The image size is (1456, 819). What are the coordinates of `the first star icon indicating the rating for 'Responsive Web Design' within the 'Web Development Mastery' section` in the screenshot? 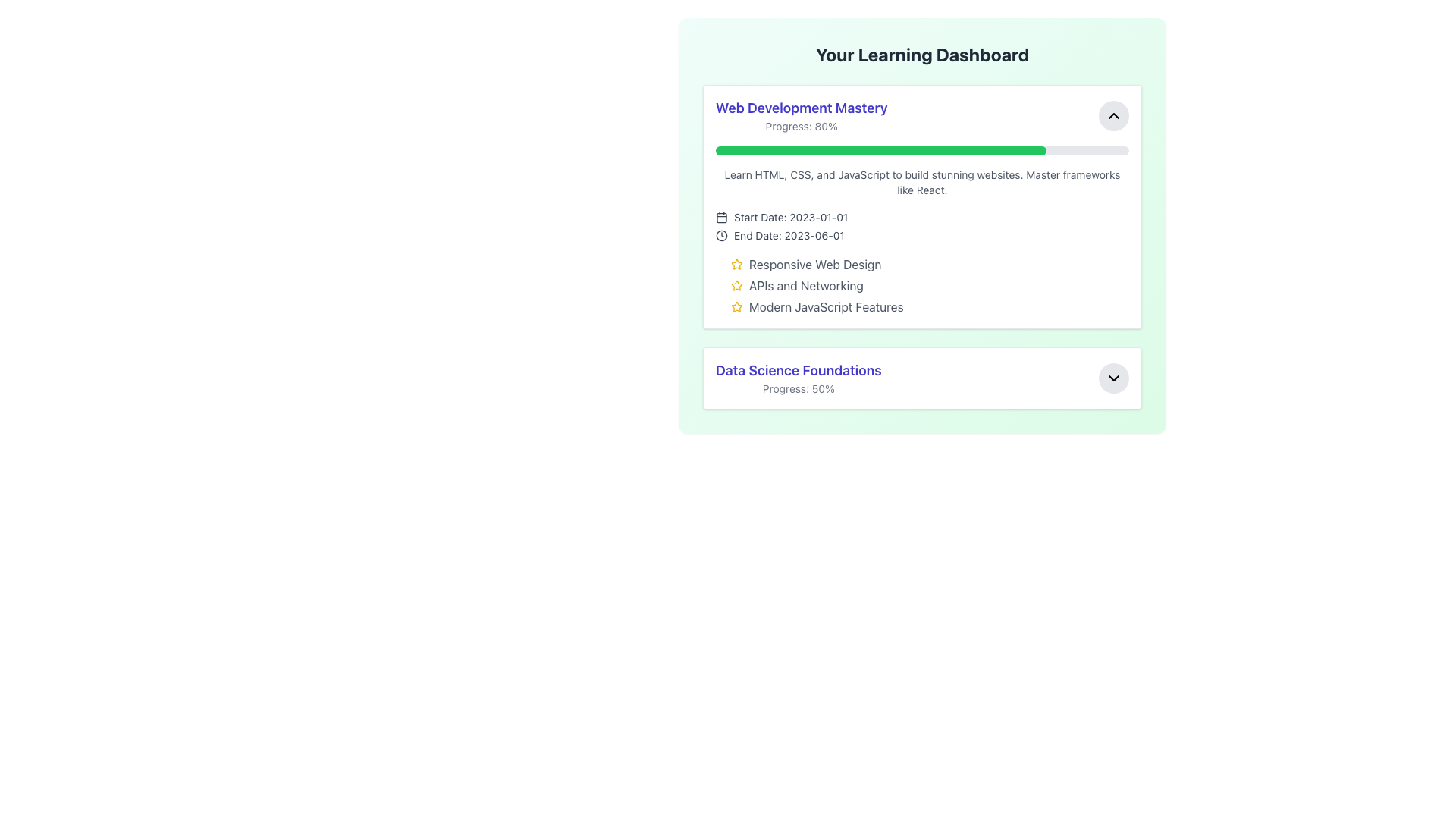 It's located at (736, 263).